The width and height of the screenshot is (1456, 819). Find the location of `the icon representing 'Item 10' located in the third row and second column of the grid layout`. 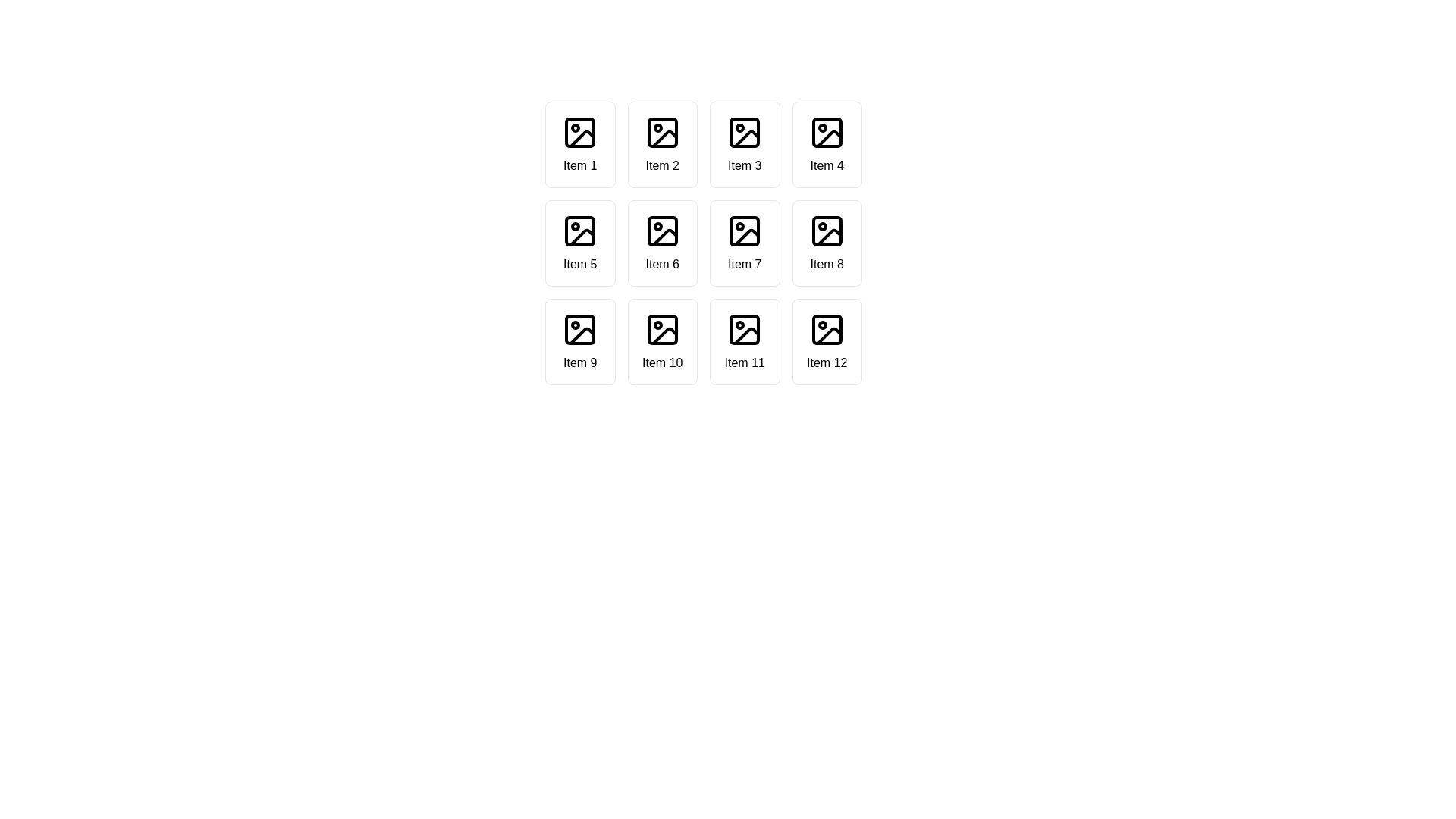

the icon representing 'Item 10' located in the third row and second column of the grid layout is located at coordinates (662, 329).